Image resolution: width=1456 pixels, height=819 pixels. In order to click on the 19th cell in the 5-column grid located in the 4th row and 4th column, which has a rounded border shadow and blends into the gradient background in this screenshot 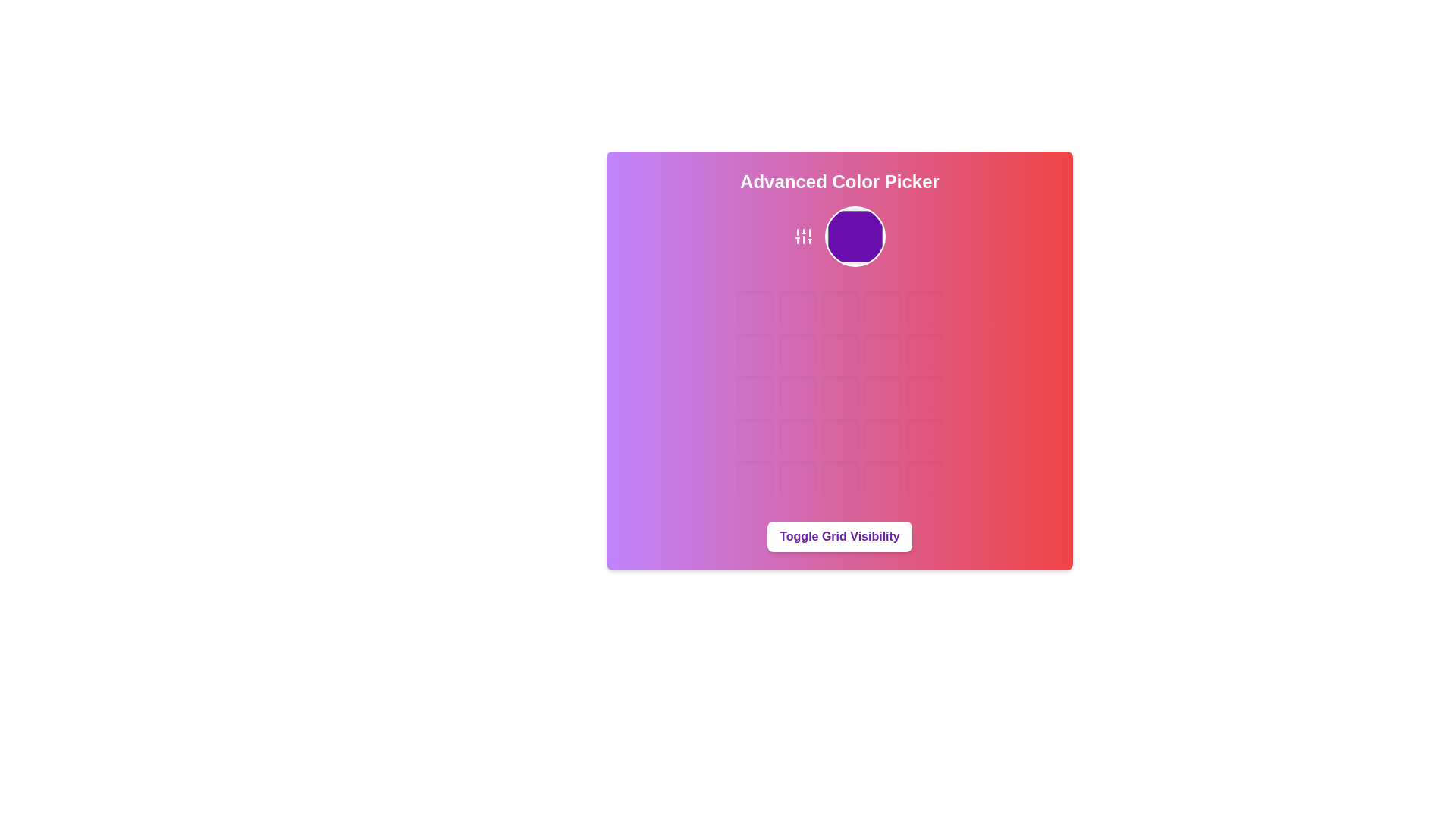, I will do `click(882, 436)`.